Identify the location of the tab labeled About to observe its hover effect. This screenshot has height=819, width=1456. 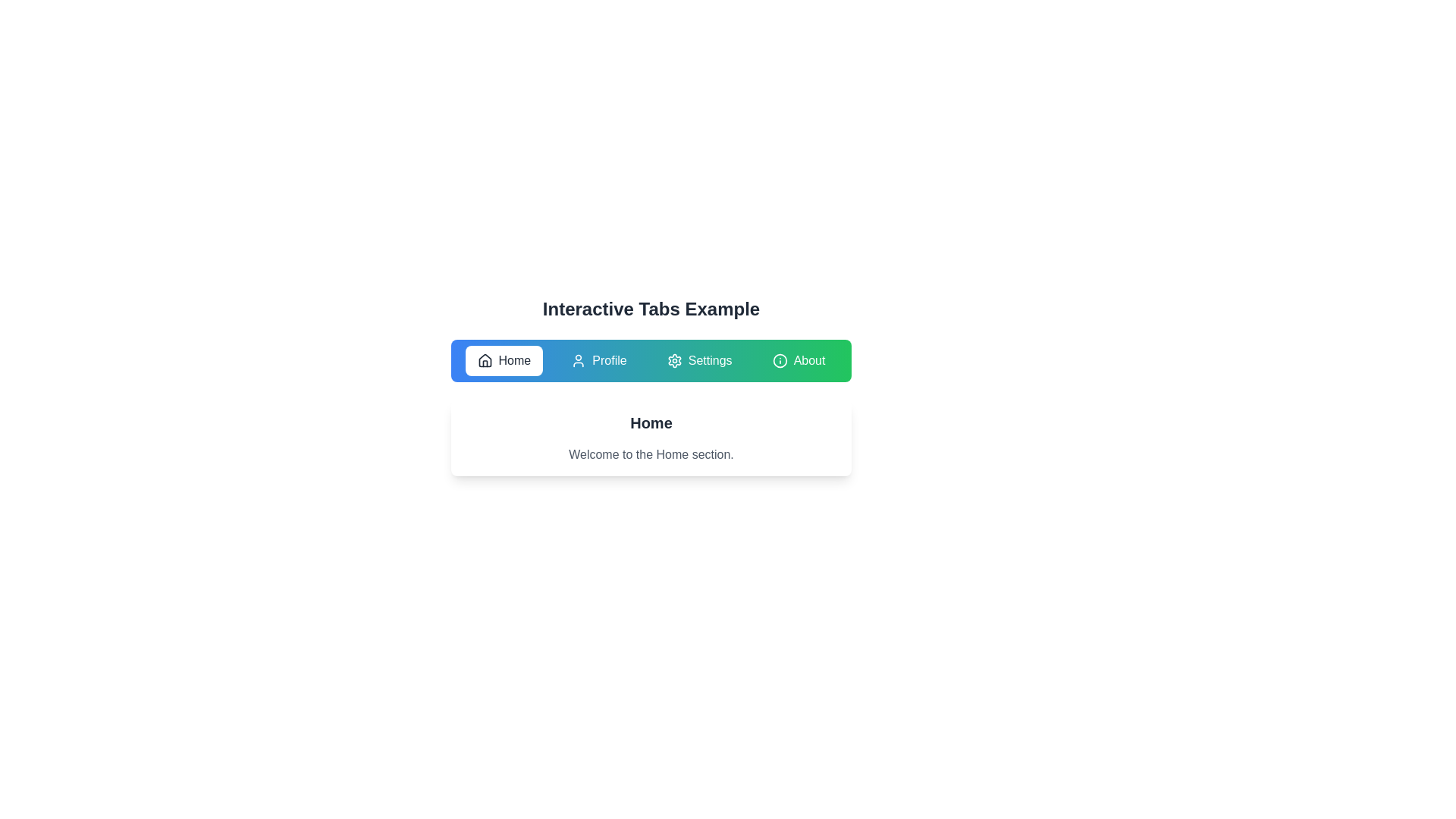
(798, 360).